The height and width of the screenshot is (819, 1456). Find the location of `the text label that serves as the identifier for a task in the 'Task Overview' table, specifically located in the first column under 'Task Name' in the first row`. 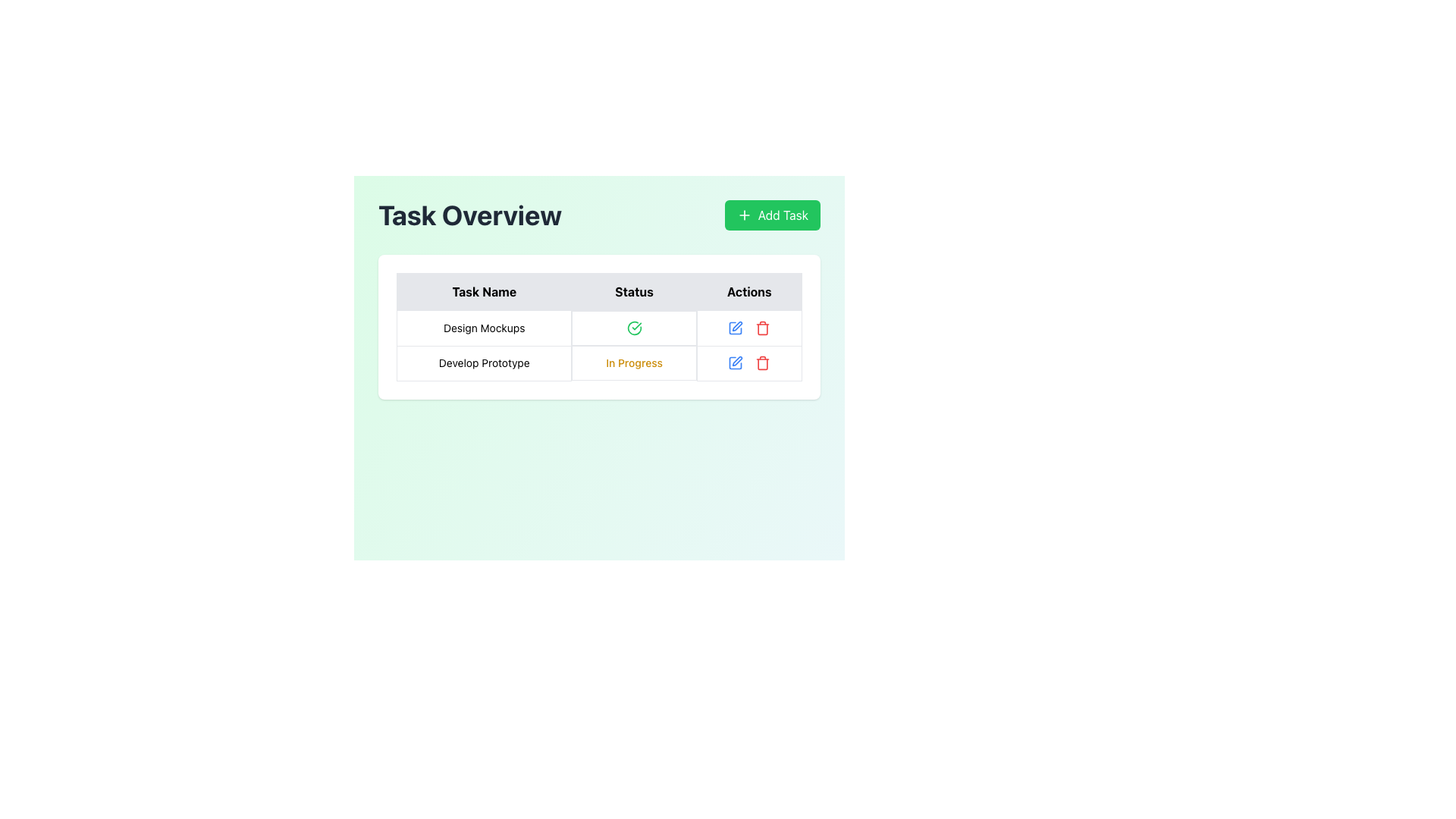

the text label that serves as the identifier for a task in the 'Task Overview' table, specifically located in the first column under 'Task Name' in the first row is located at coordinates (483, 327).